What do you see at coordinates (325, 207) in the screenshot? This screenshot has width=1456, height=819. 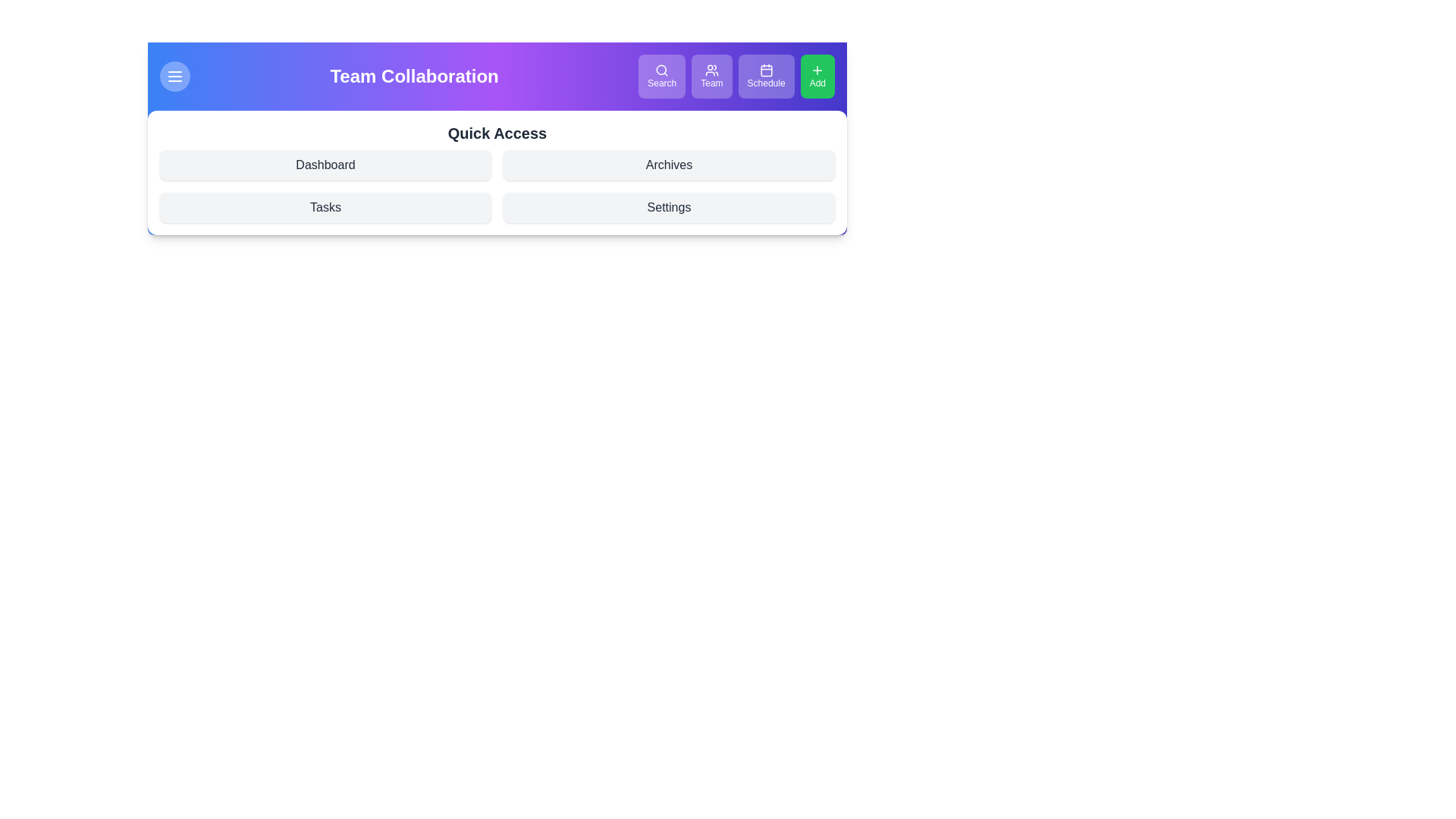 I see `the Quick Access link Tasks` at bounding box center [325, 207].